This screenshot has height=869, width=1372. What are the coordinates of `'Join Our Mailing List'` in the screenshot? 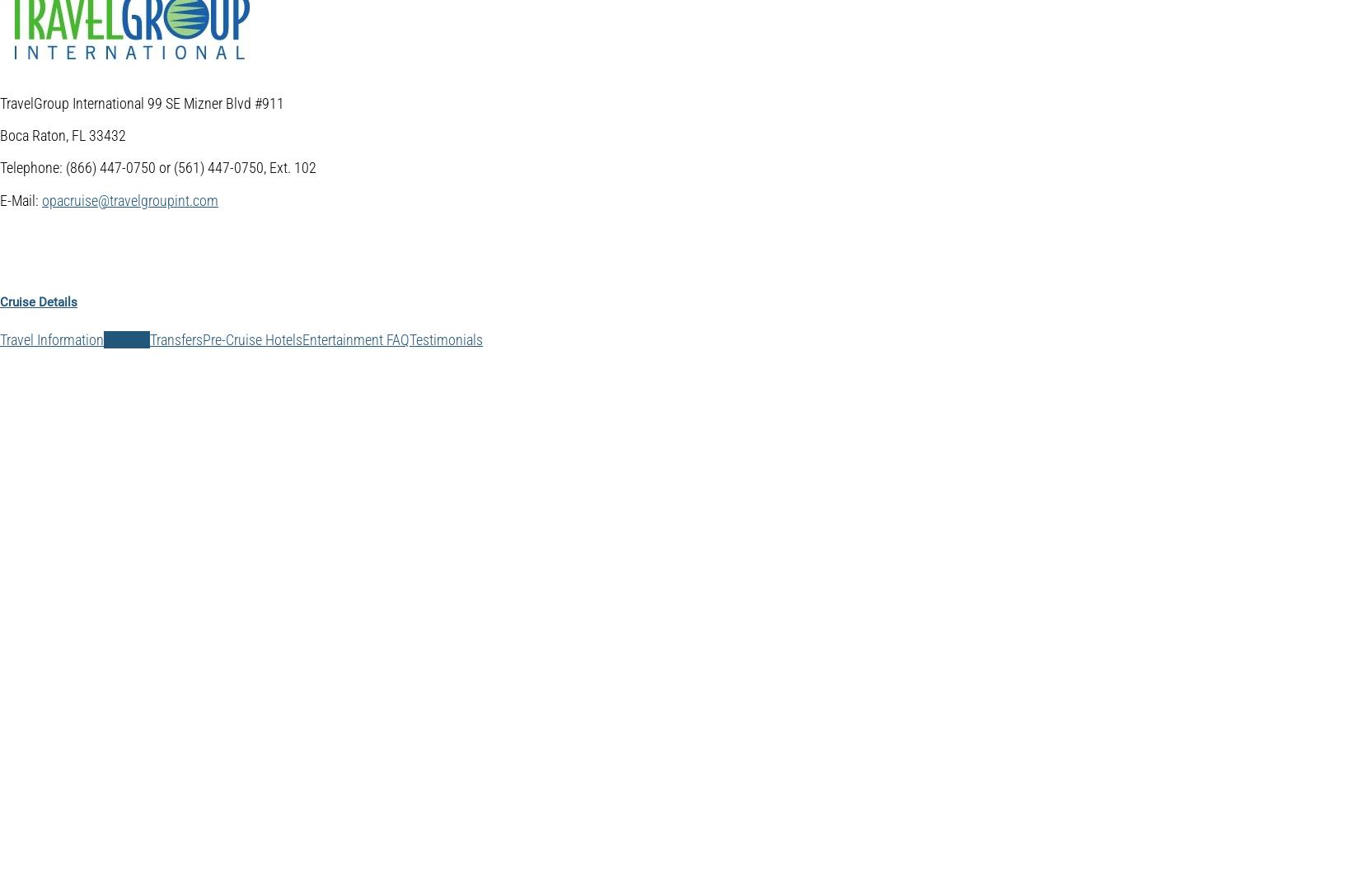 It's located at (92, 760).